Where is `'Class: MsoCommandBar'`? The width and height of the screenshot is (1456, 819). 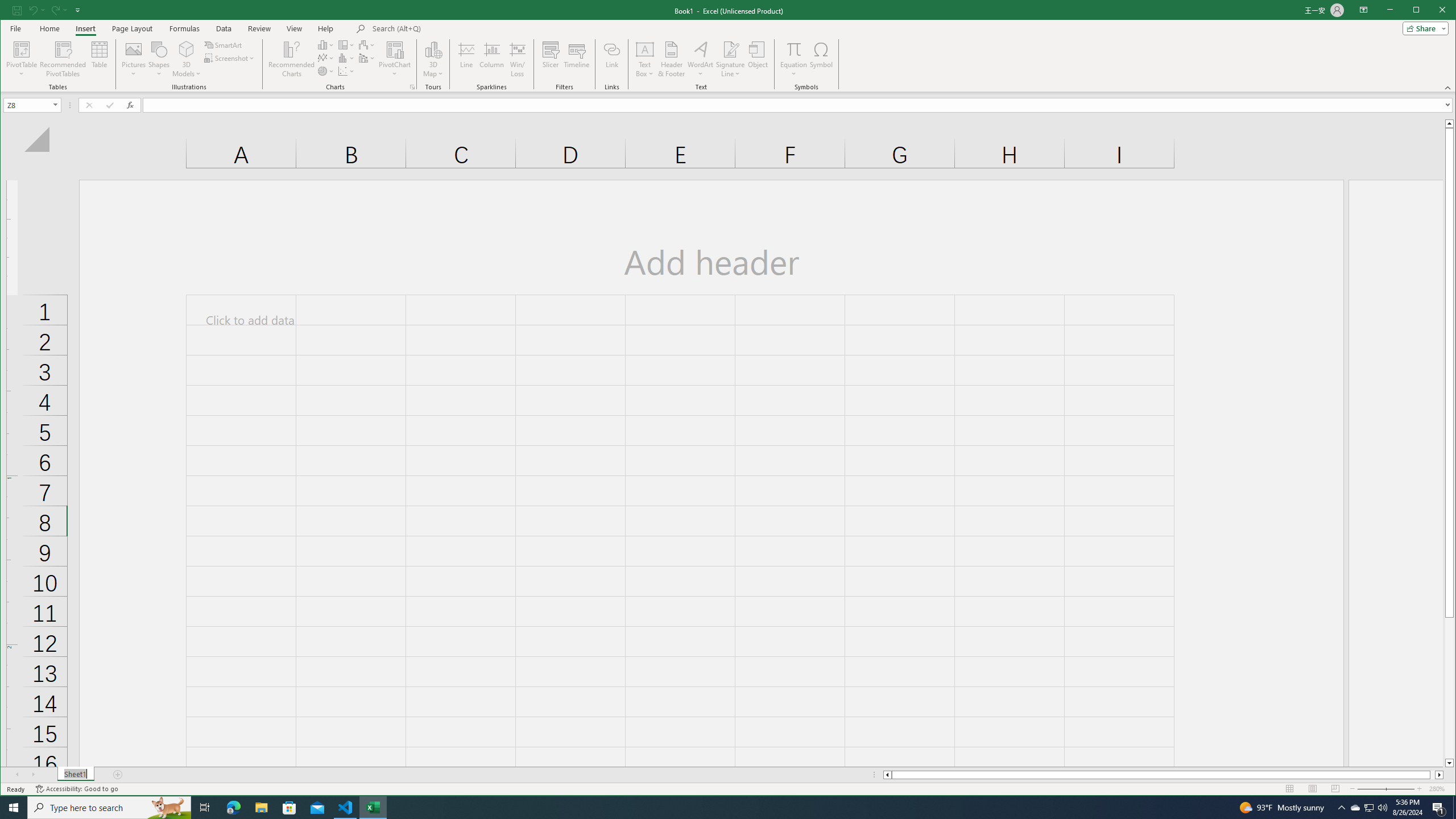
'Class: MsoCommandBar' is located at coordinates (728, 45).